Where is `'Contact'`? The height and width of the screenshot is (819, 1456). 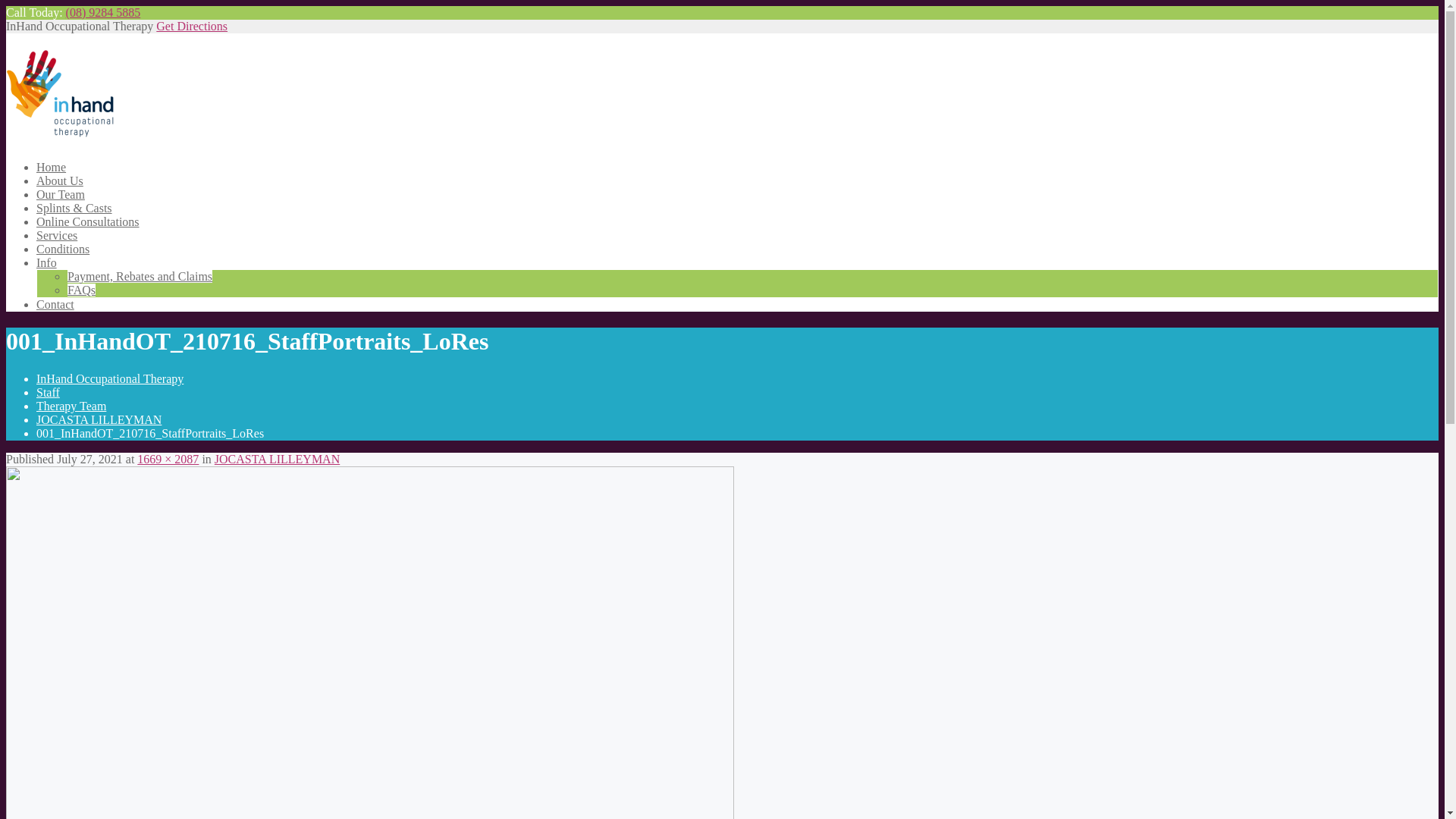
'Contact' is located at coordinates (55, 304).